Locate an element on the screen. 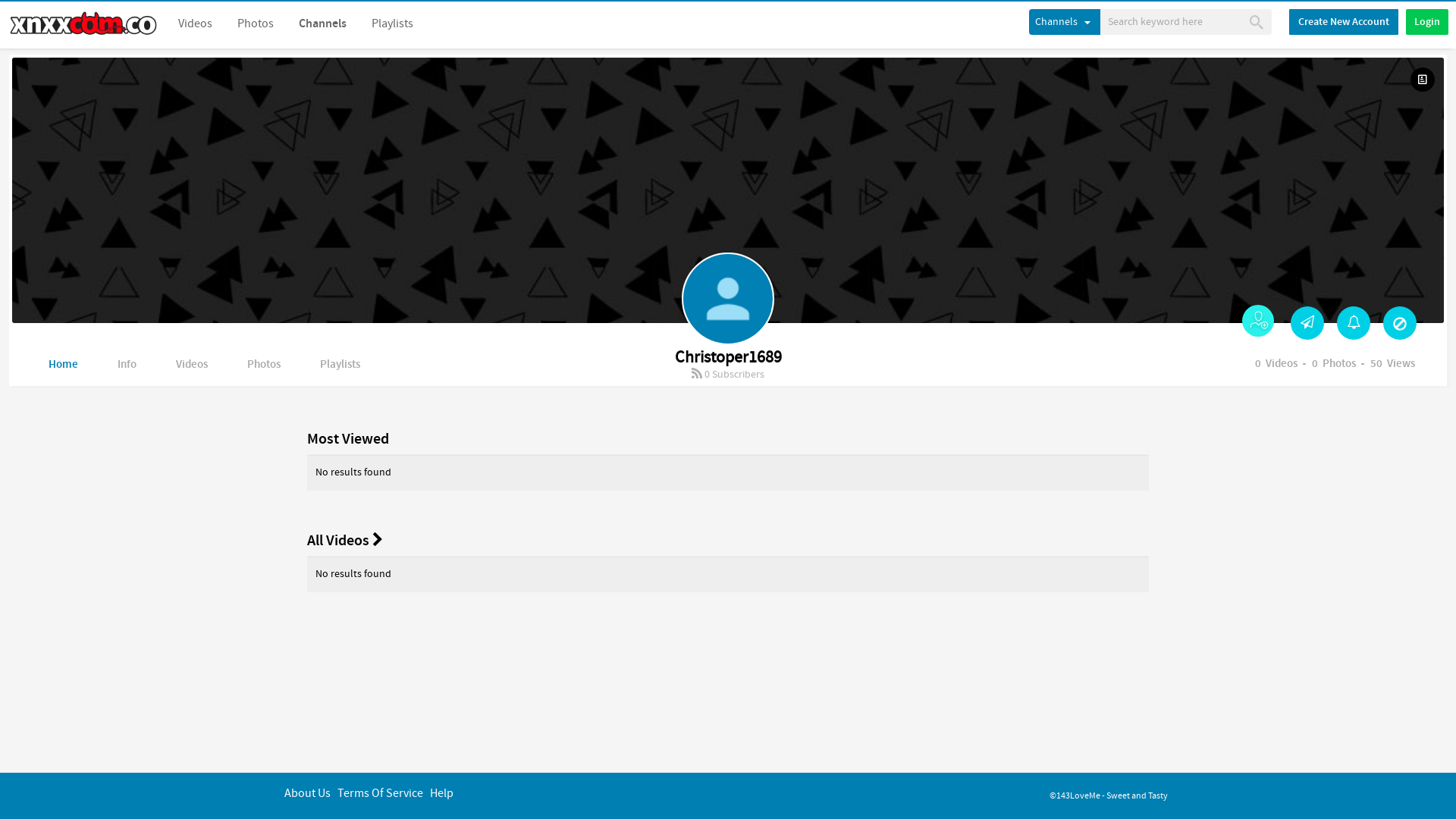 This screenshot has height=819, width=1456. 'All Videos' is located at coordinates (344, 539).